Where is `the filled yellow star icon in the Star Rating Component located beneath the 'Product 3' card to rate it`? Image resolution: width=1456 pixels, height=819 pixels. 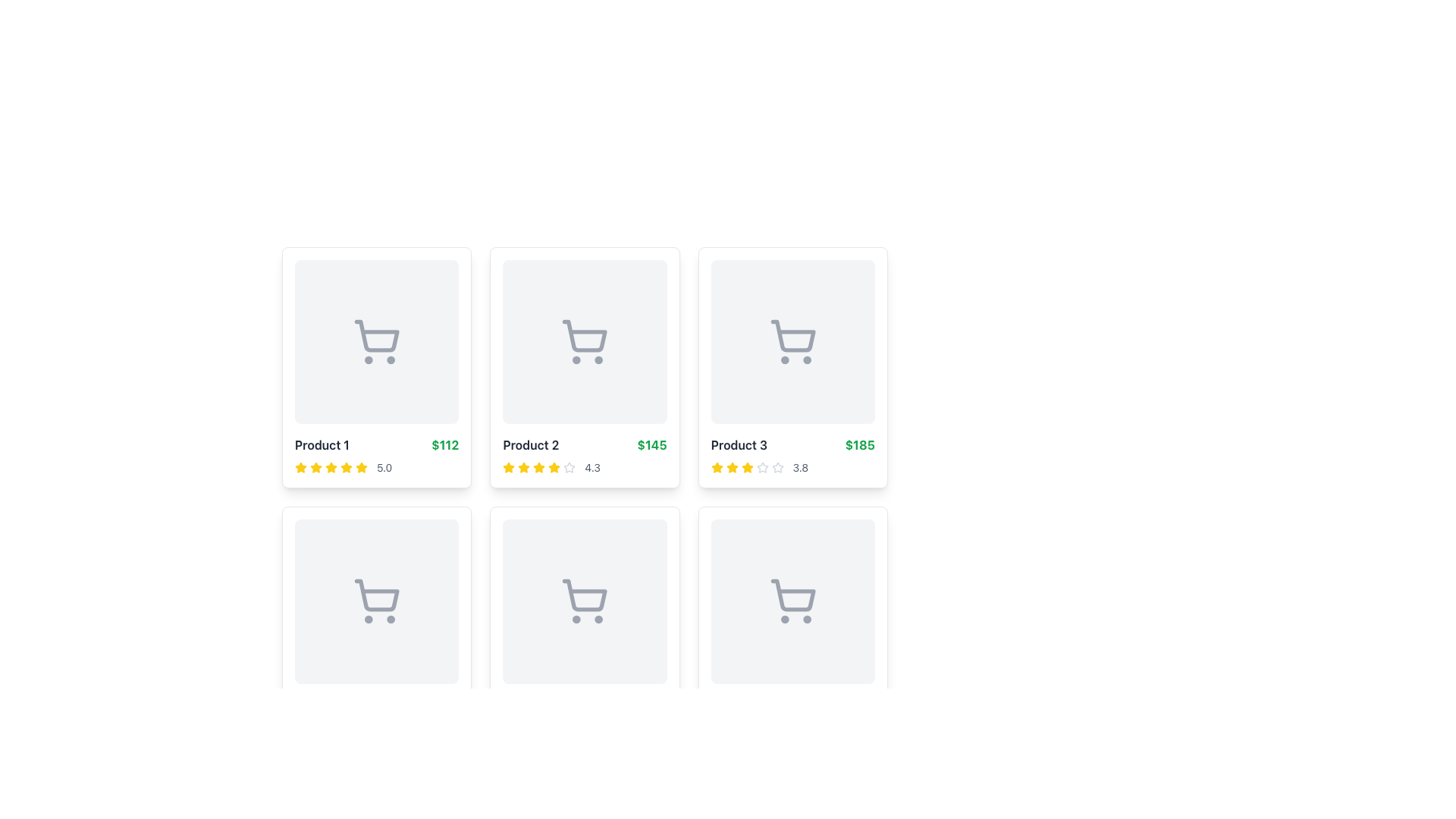 the filled yellow star icon in the Star Rating Component located beneath the 'Product 3' card to rate it is located at coordinates (732, 467).